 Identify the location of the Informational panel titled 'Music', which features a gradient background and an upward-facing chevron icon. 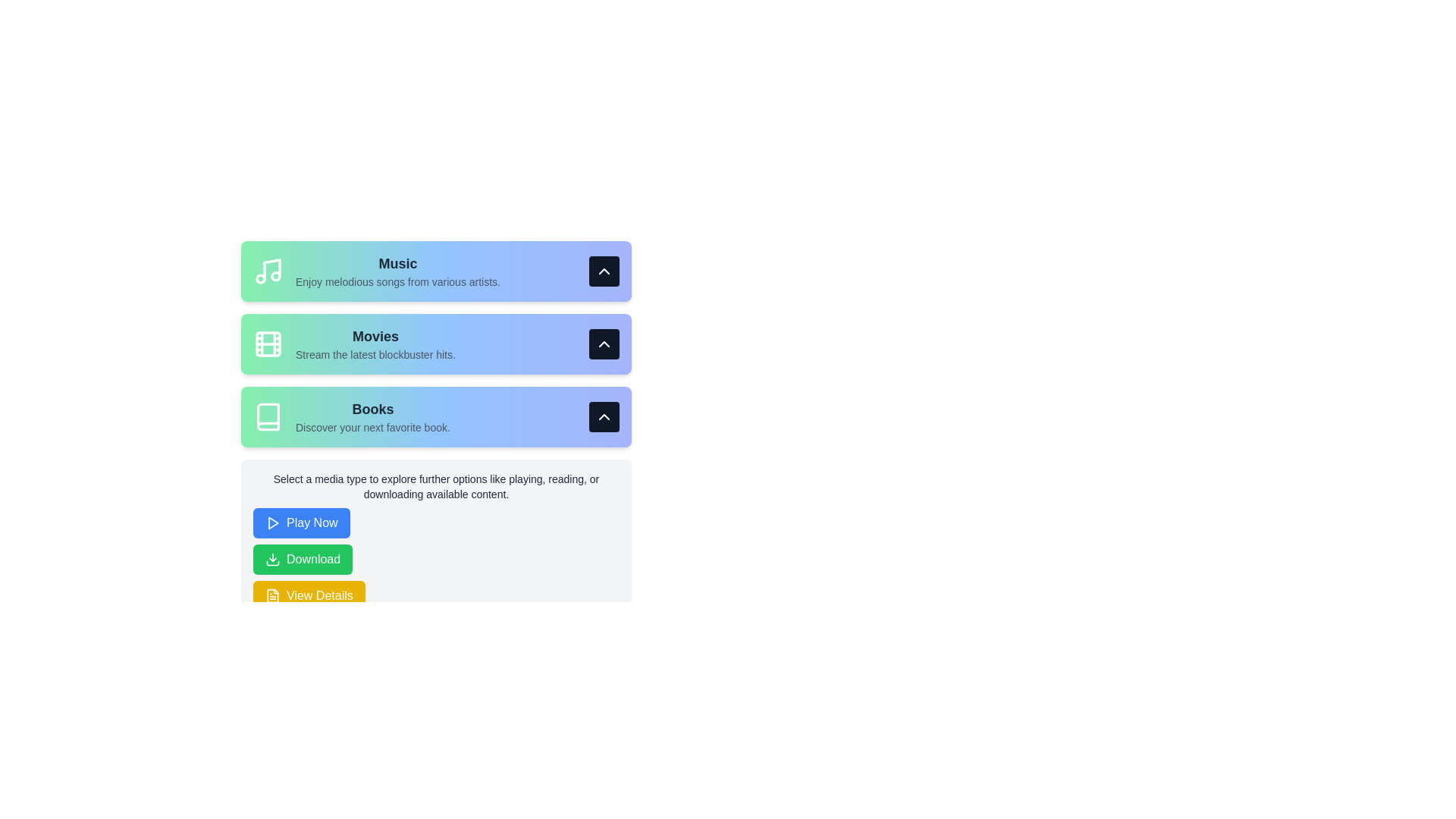
(435, 271).